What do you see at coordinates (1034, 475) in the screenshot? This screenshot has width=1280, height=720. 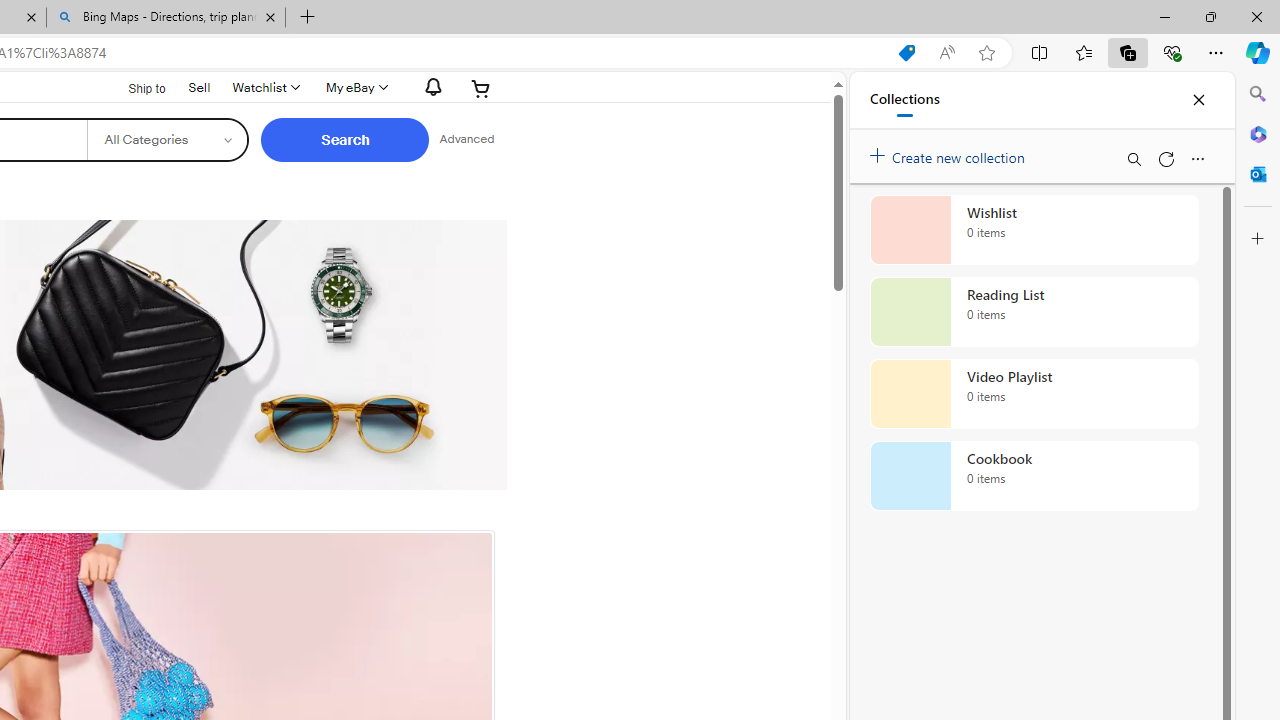 I see `'Cookbook collection, 0 items'` at bounding box center [1034, 475].